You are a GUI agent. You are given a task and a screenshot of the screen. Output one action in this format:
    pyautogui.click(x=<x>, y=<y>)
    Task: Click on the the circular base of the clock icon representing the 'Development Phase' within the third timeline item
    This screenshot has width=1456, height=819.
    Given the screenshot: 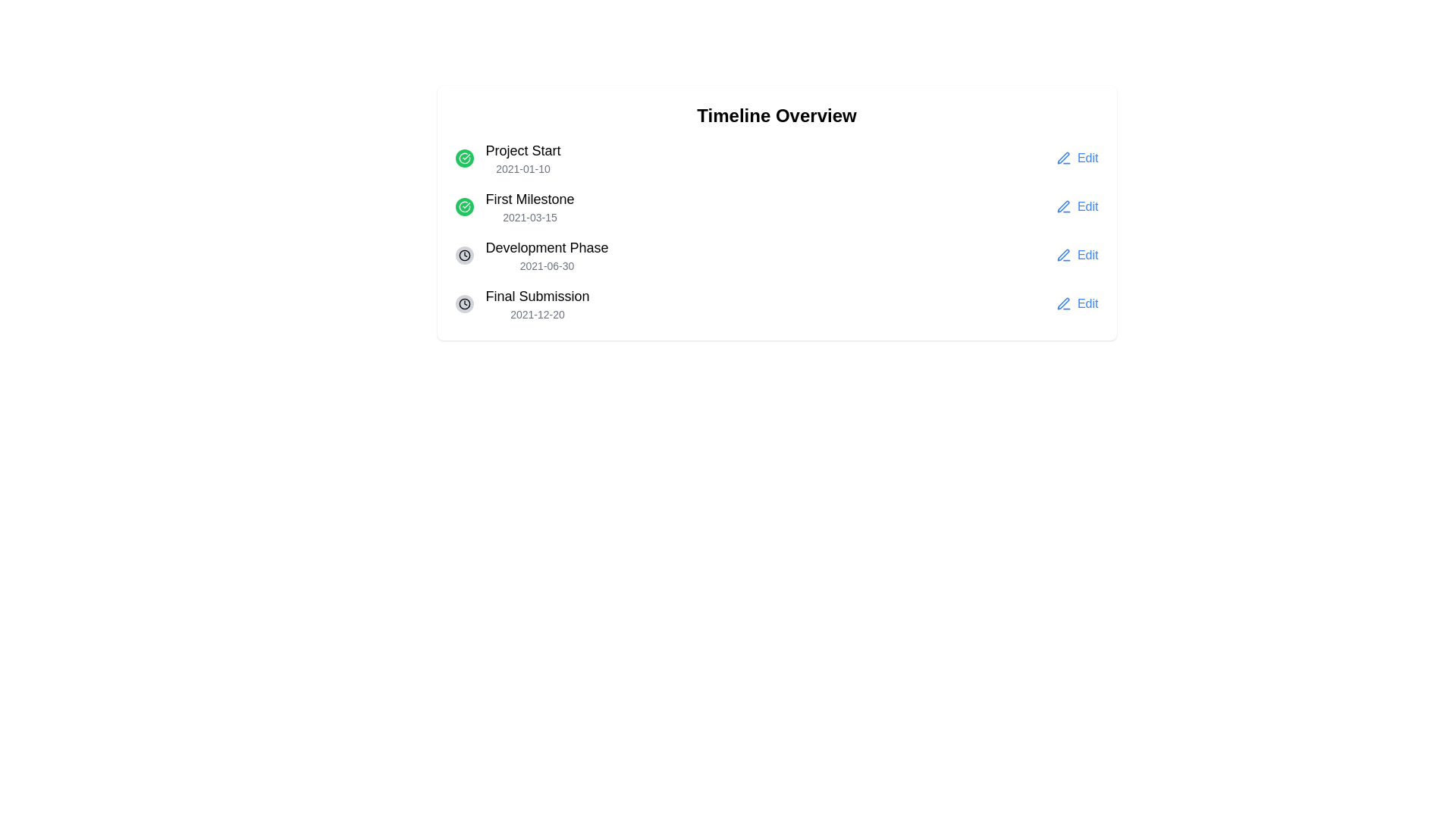 What is the action you would take?
    pyautogui.click(x=463, y=304)
    